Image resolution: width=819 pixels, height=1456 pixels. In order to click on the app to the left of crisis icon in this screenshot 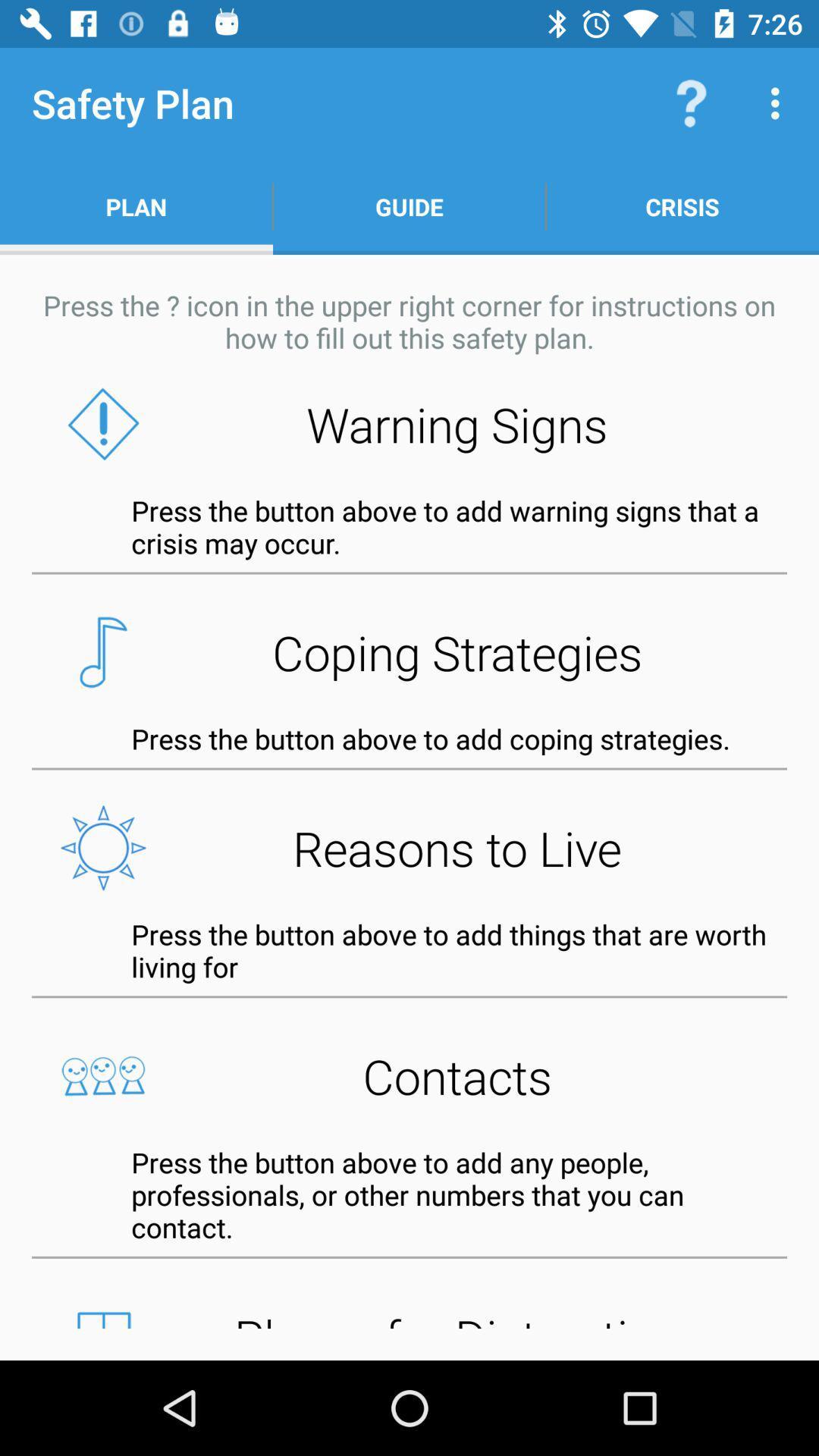, I will do `click(409, 206)`.